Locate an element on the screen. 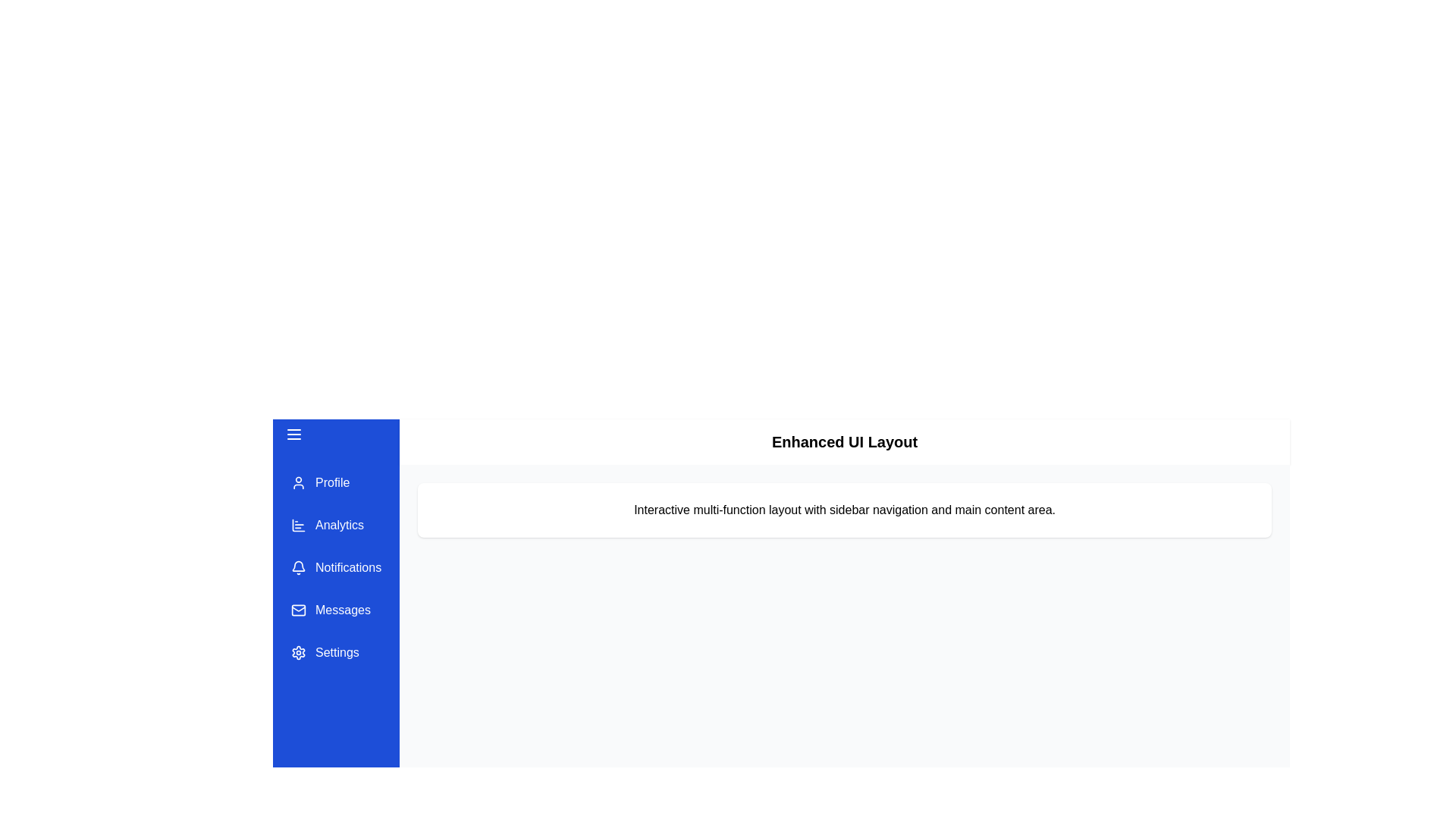 The width and height of the screenshot is (1456, 819). the title Text block located at the top of the content area, which provides a description of the layout or main theme of the UI is located at coordinates (843, 441).